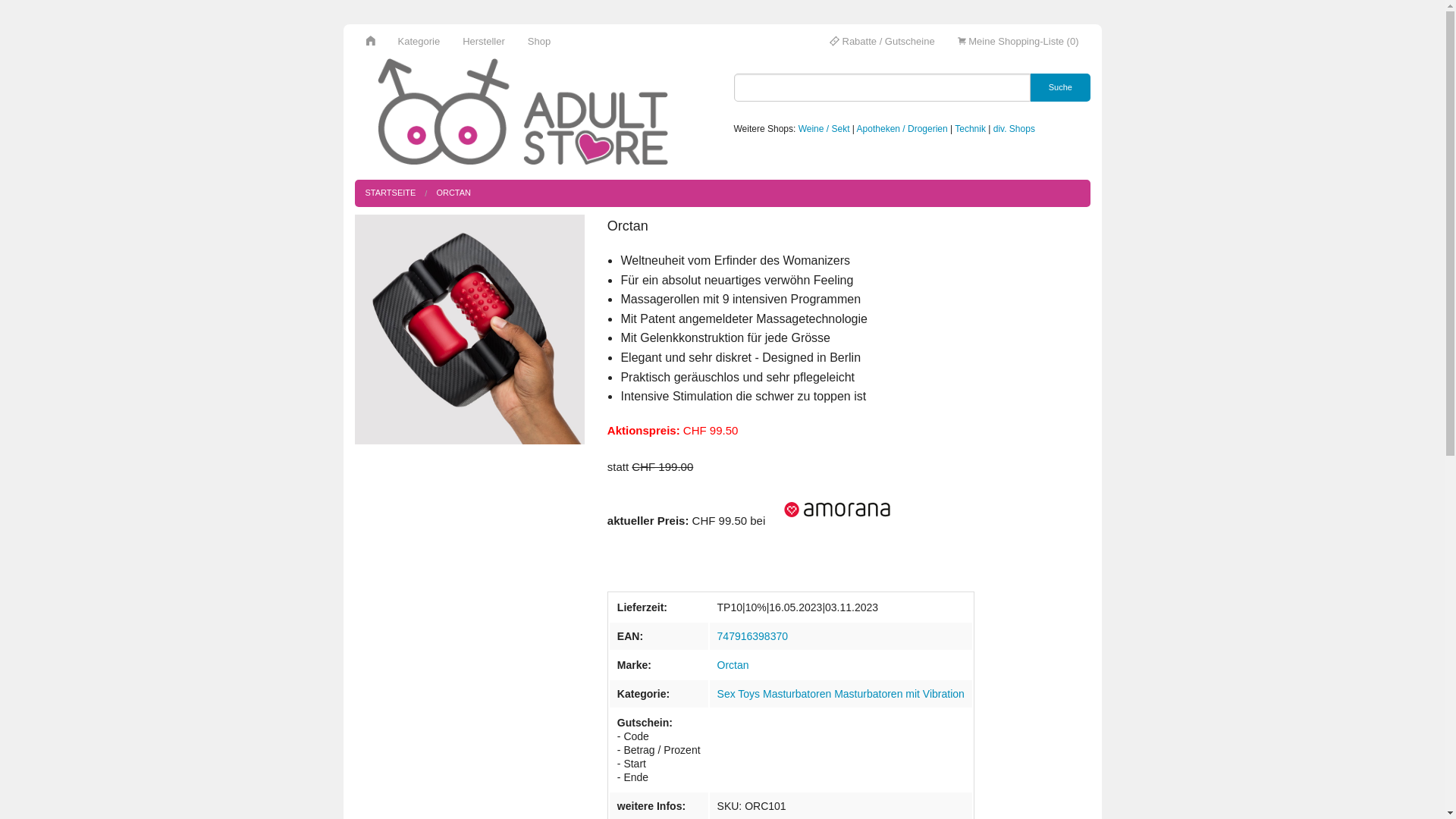 This screenshot has width=1456, height=819. Describe the element at coordinates (839, 693) in the screenshot. I see `'Sex Toys Masturbatoren Masturbatoren mit Vibration'` at that location.